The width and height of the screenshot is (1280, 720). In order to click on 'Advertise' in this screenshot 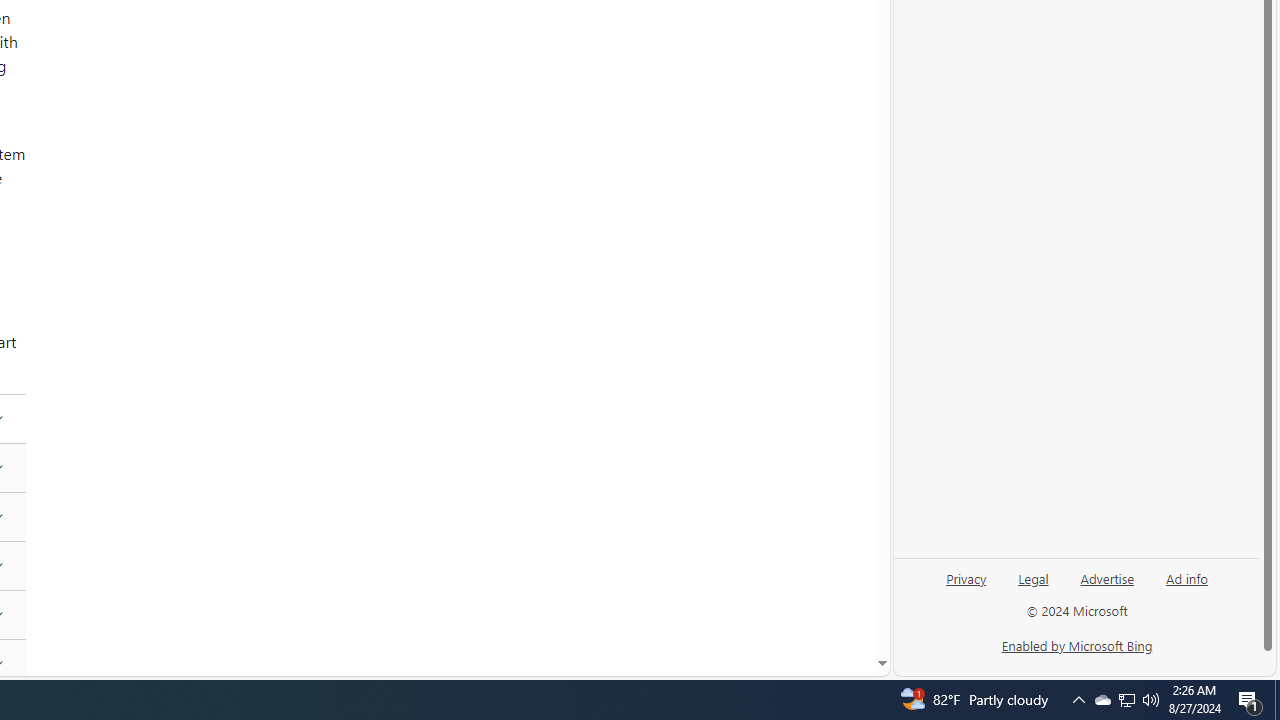, I will do `click(1106, 577)`.